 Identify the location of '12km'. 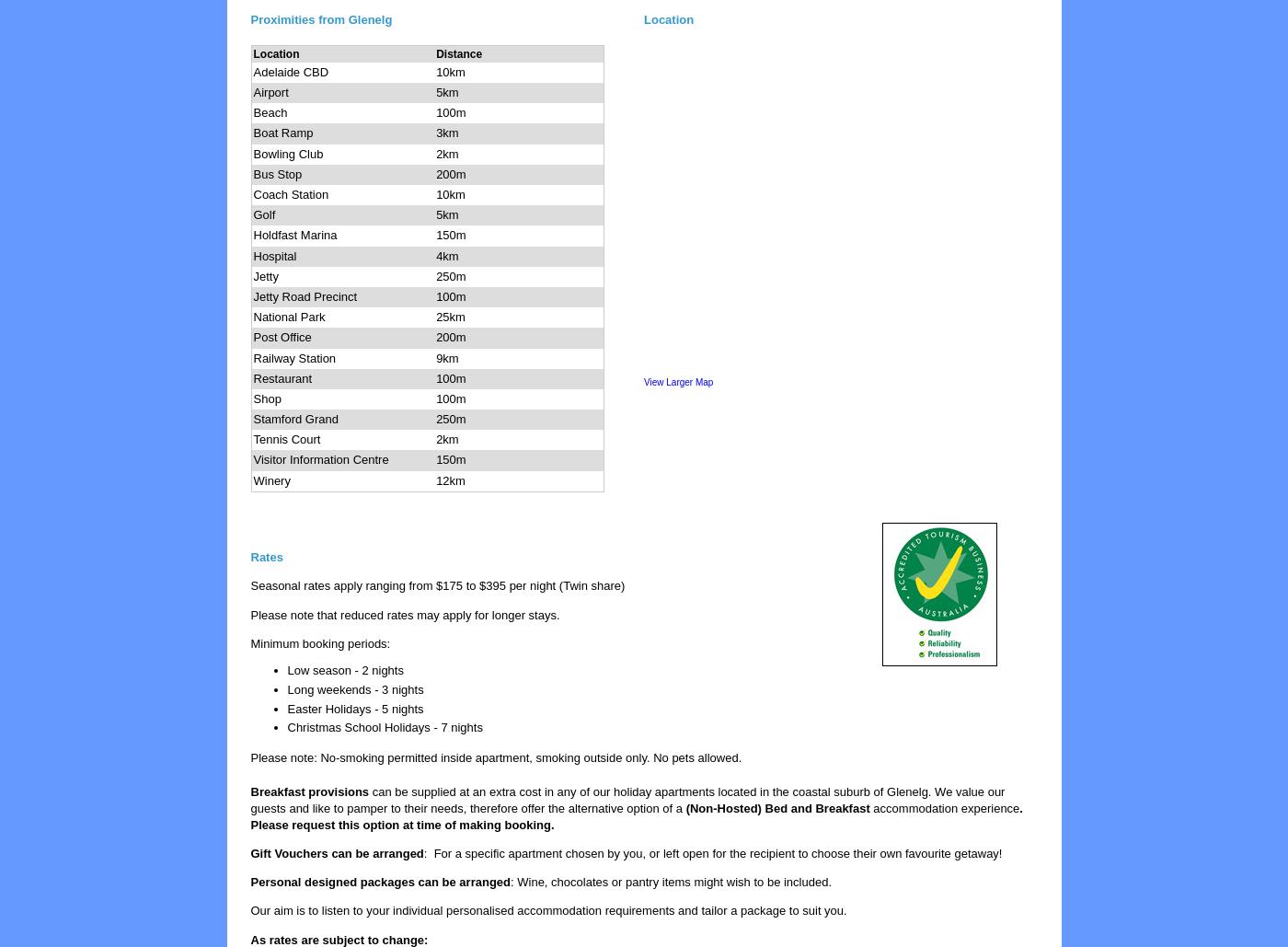
(450, 479).